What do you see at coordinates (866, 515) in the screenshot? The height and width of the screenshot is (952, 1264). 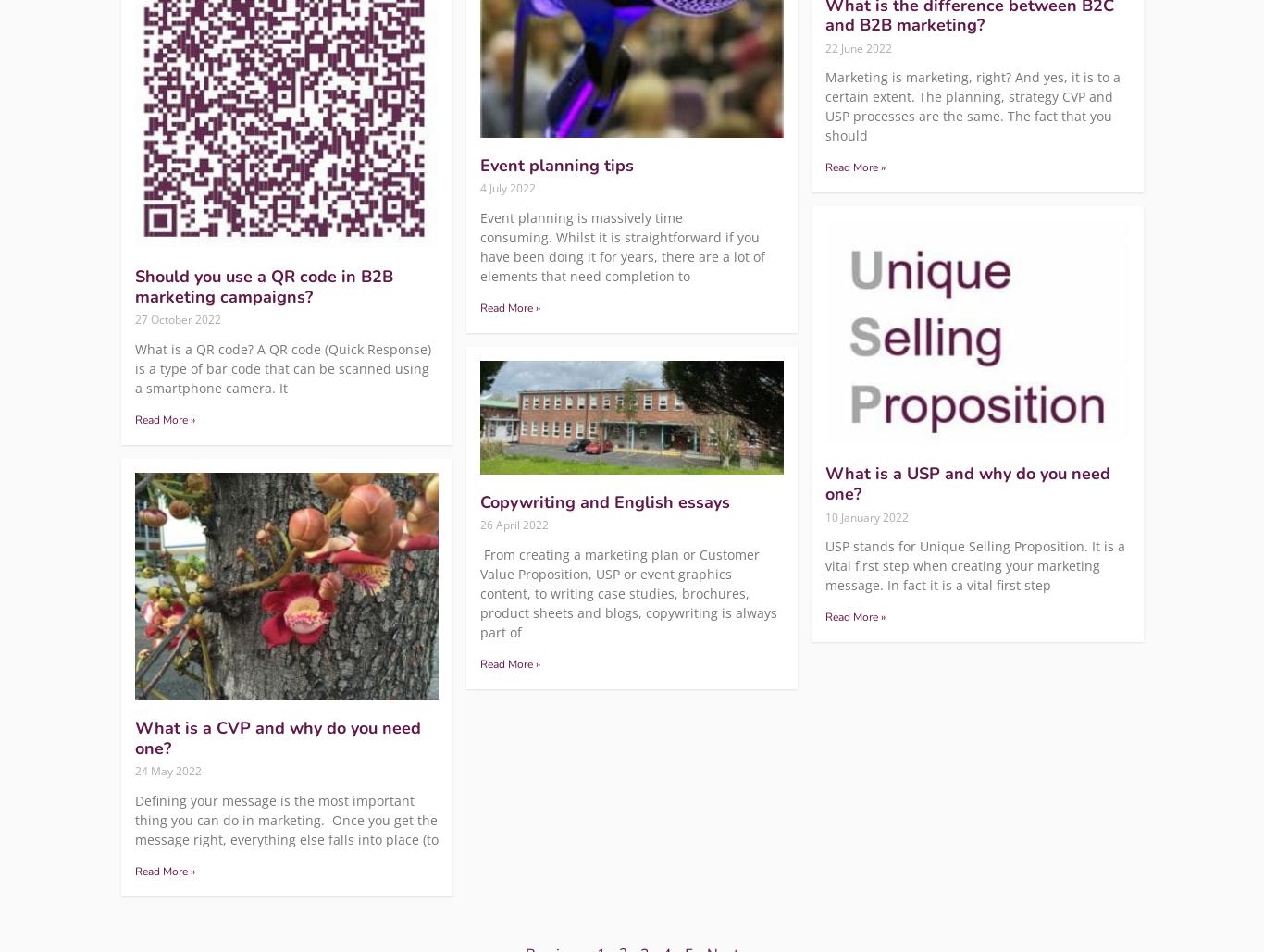 I see `'10 January 2022'` at bounding box center [866, 515].